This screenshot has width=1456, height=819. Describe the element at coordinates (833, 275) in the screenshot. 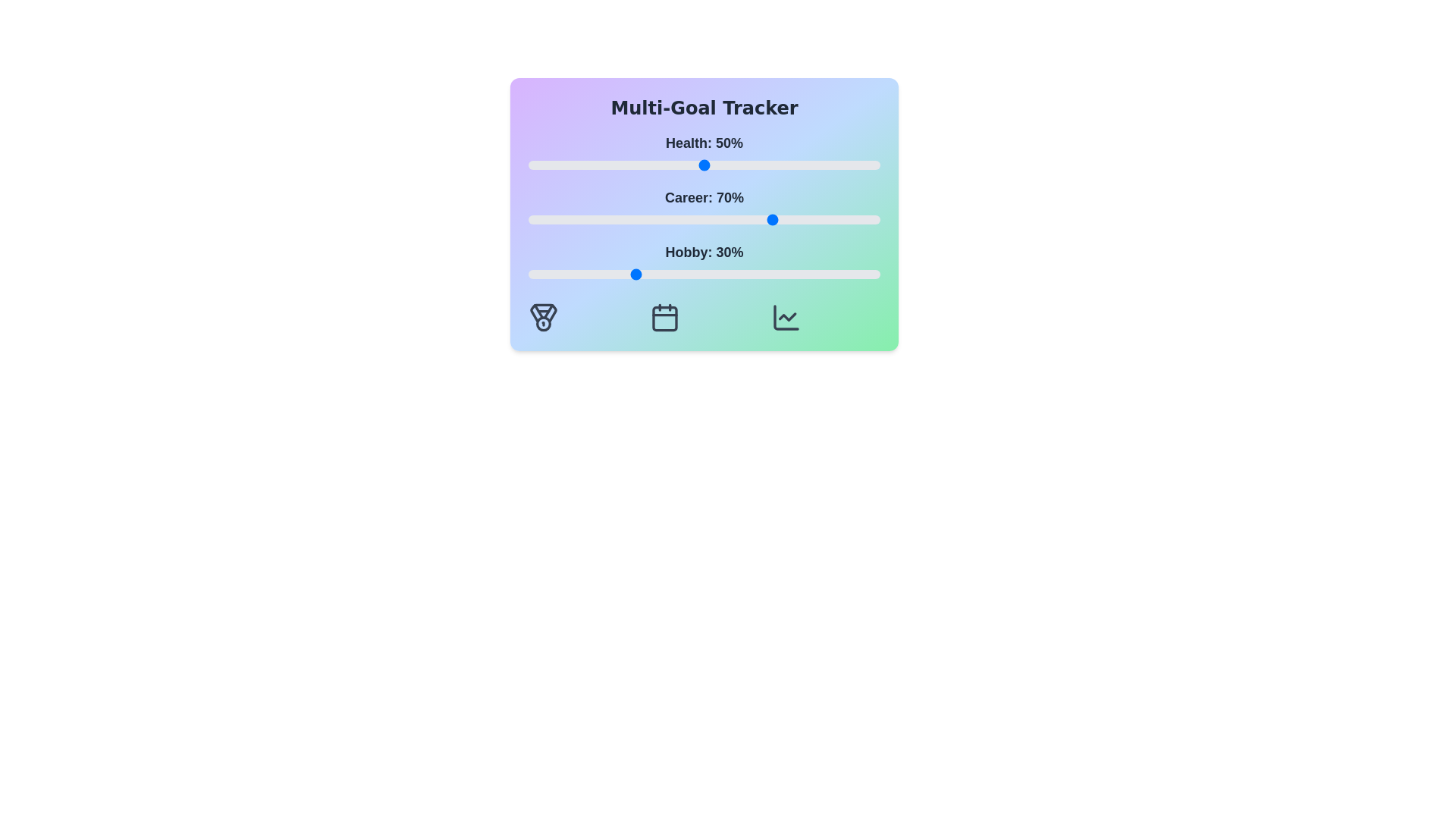

I see `the 'Hobby' slider to 87%` at that location.